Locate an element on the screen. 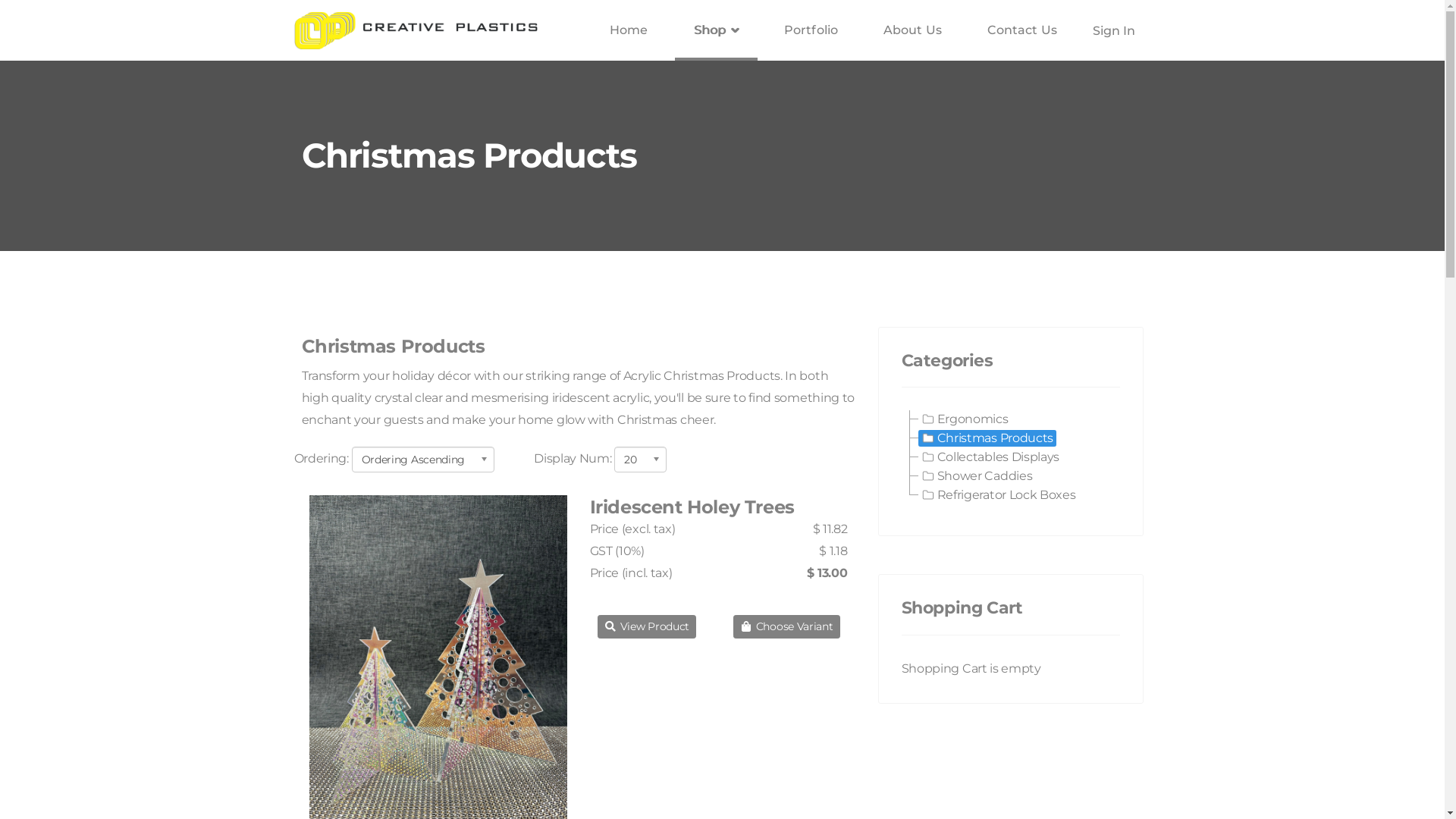  'Home' is located at coordinates (589, 30).